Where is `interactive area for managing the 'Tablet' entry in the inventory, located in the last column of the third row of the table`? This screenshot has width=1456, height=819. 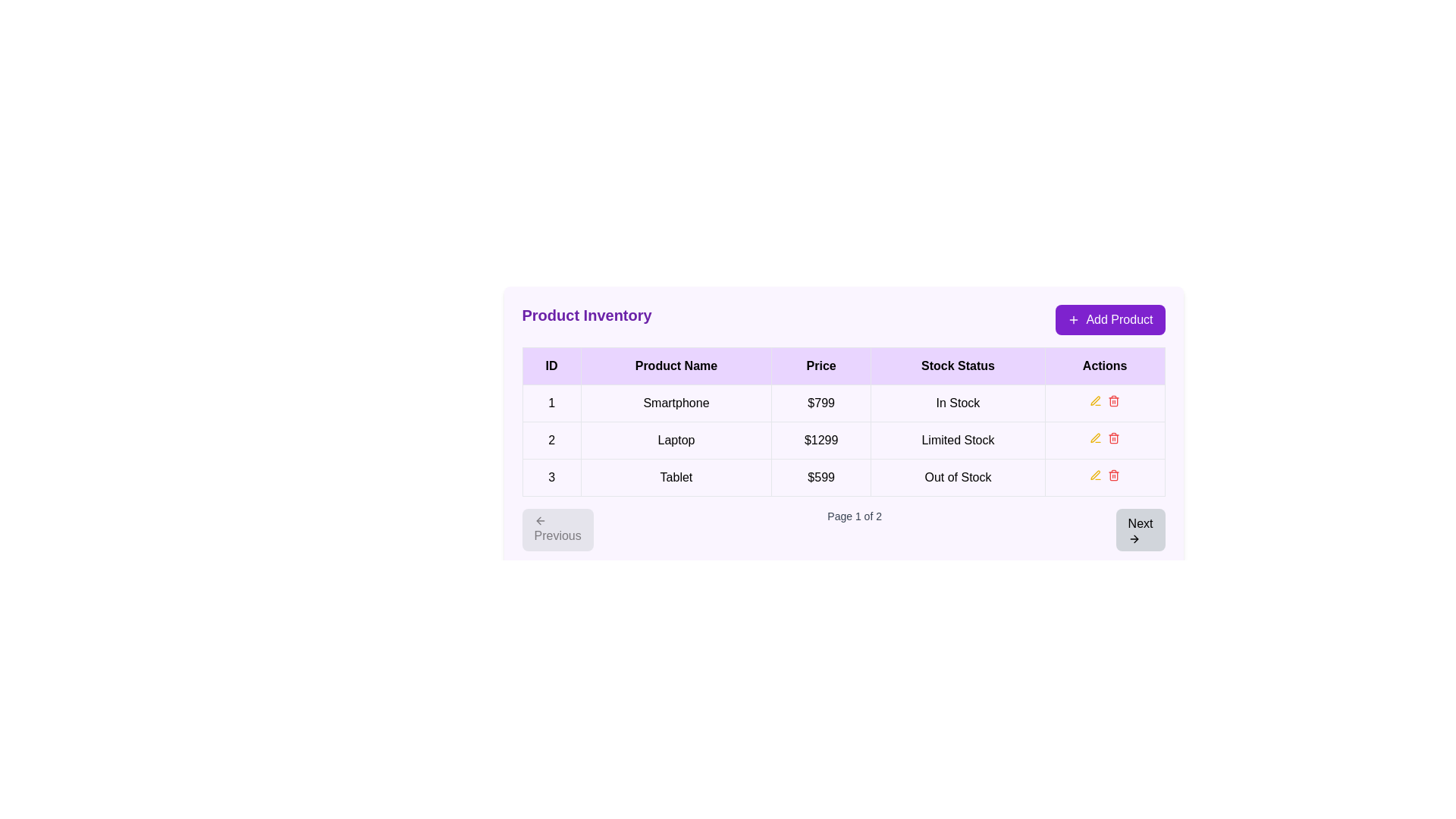
interactive area for managing the 'Tablet' entry in the inventory, located in the last column of the third row of the table is located at coordinates (1105, 476).